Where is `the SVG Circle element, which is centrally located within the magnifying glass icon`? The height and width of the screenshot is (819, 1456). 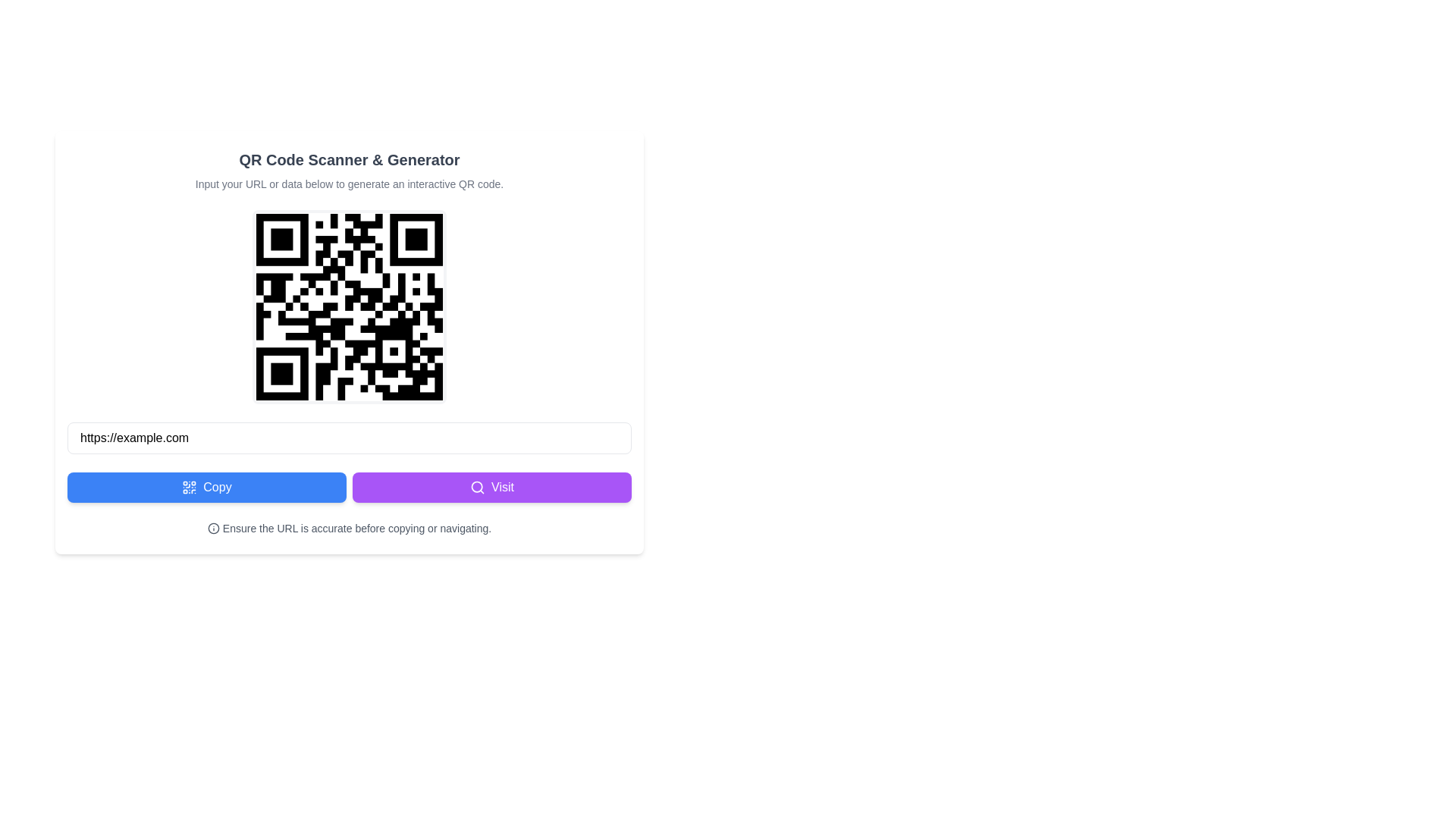 the SVG Circle element, which is centrally located within the magnifying glass icon is located at coordinates (476, 487).